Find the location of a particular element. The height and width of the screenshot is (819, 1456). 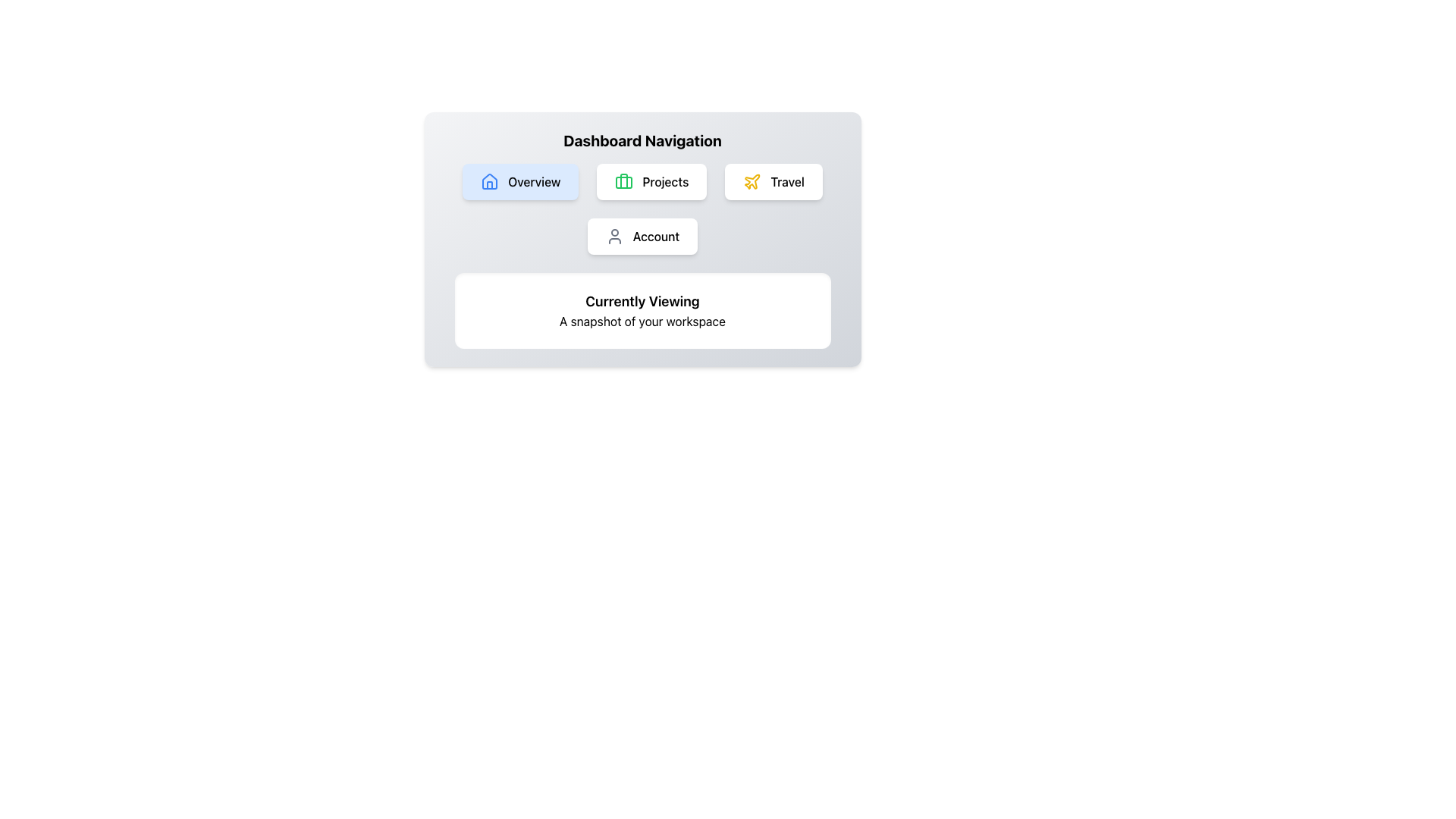

the blue house-shaped icon in the navigation section labeled 'Overview', positioned as the farthest left option is located at coordinates (490, 180).